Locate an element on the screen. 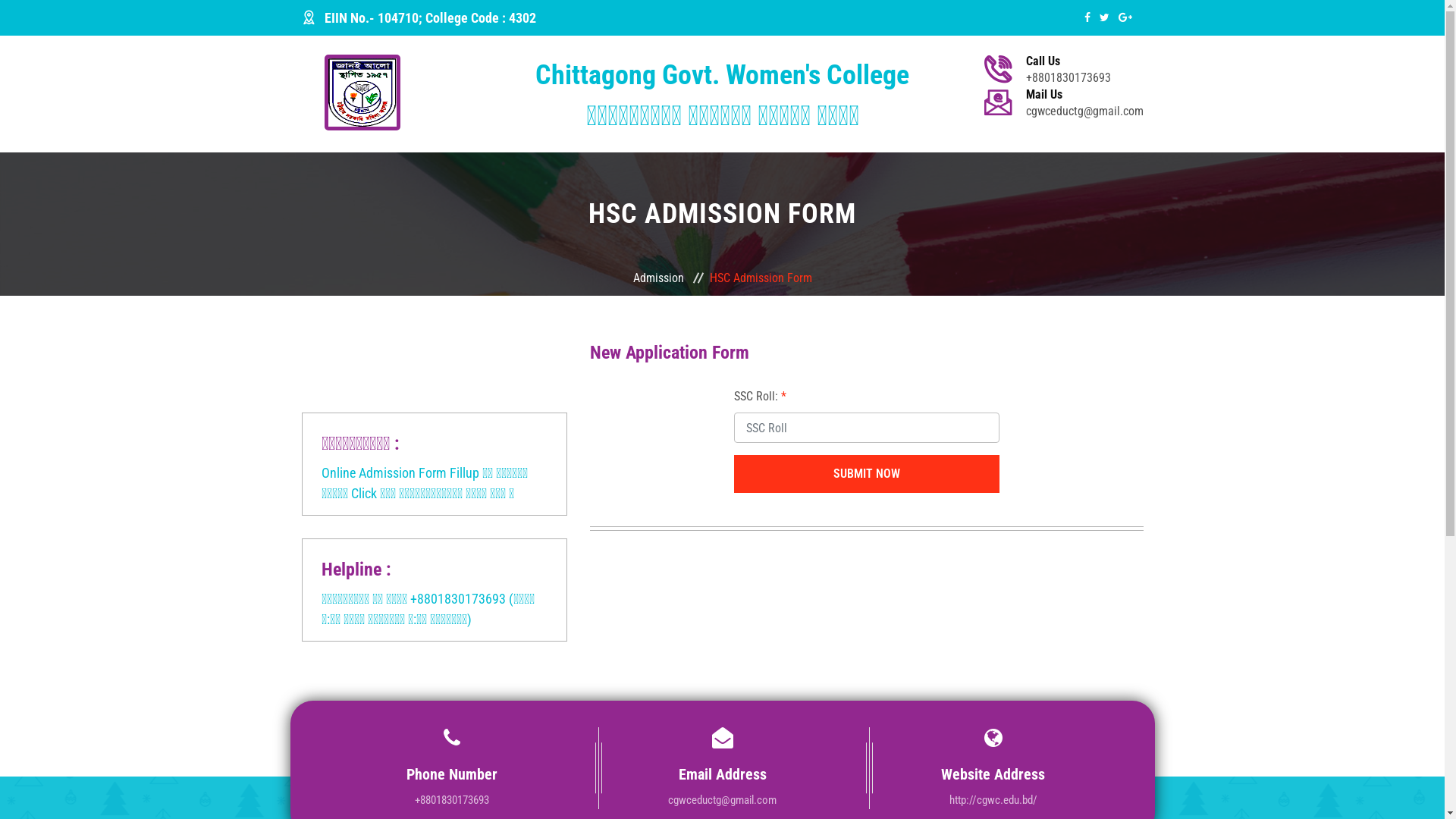 This screenshot has height=819, width=1456. 'Call Us is located at coordinates (1083, 70).